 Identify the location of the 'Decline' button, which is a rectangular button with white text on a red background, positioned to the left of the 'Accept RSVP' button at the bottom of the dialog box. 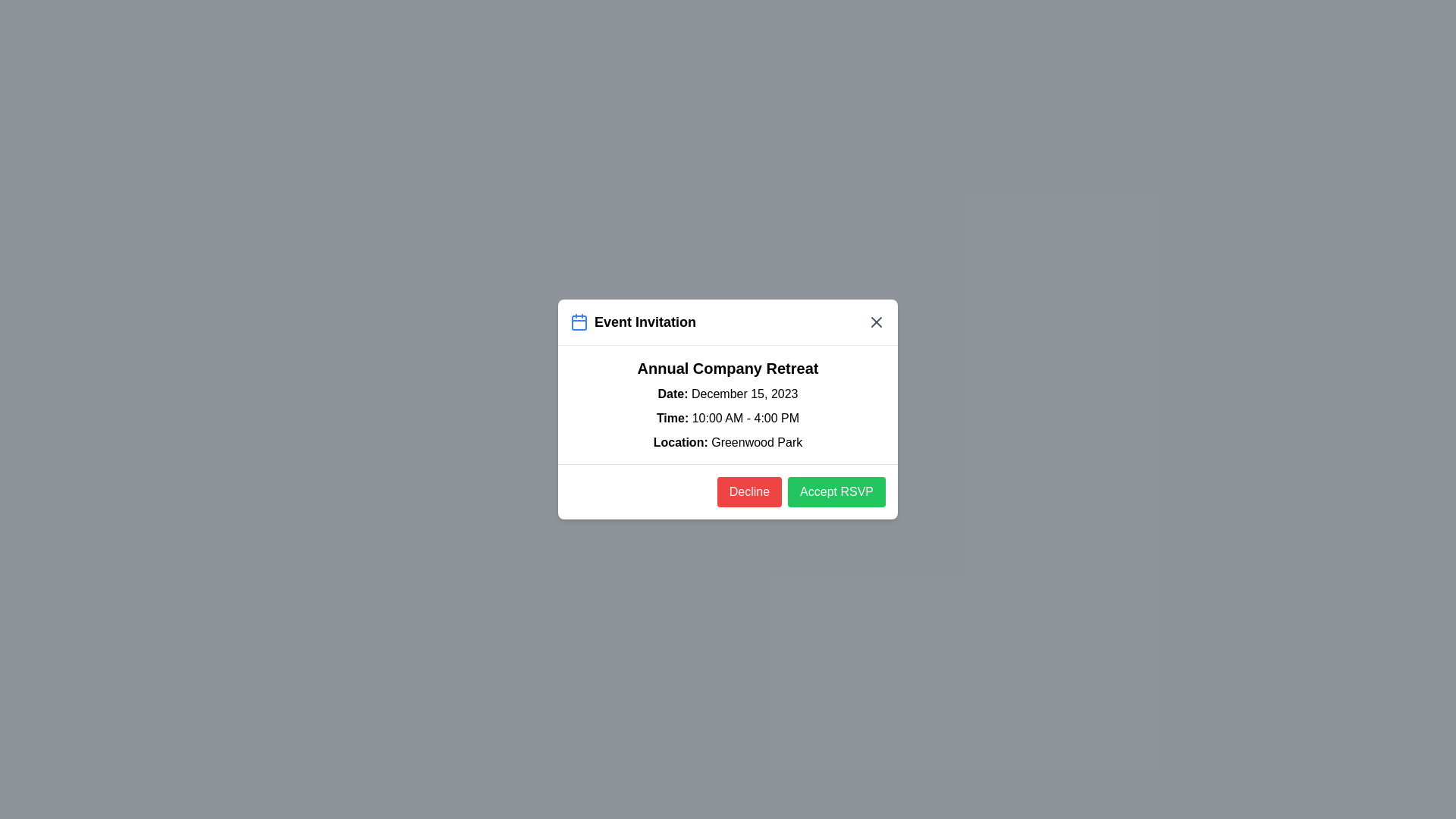
(749, 491).